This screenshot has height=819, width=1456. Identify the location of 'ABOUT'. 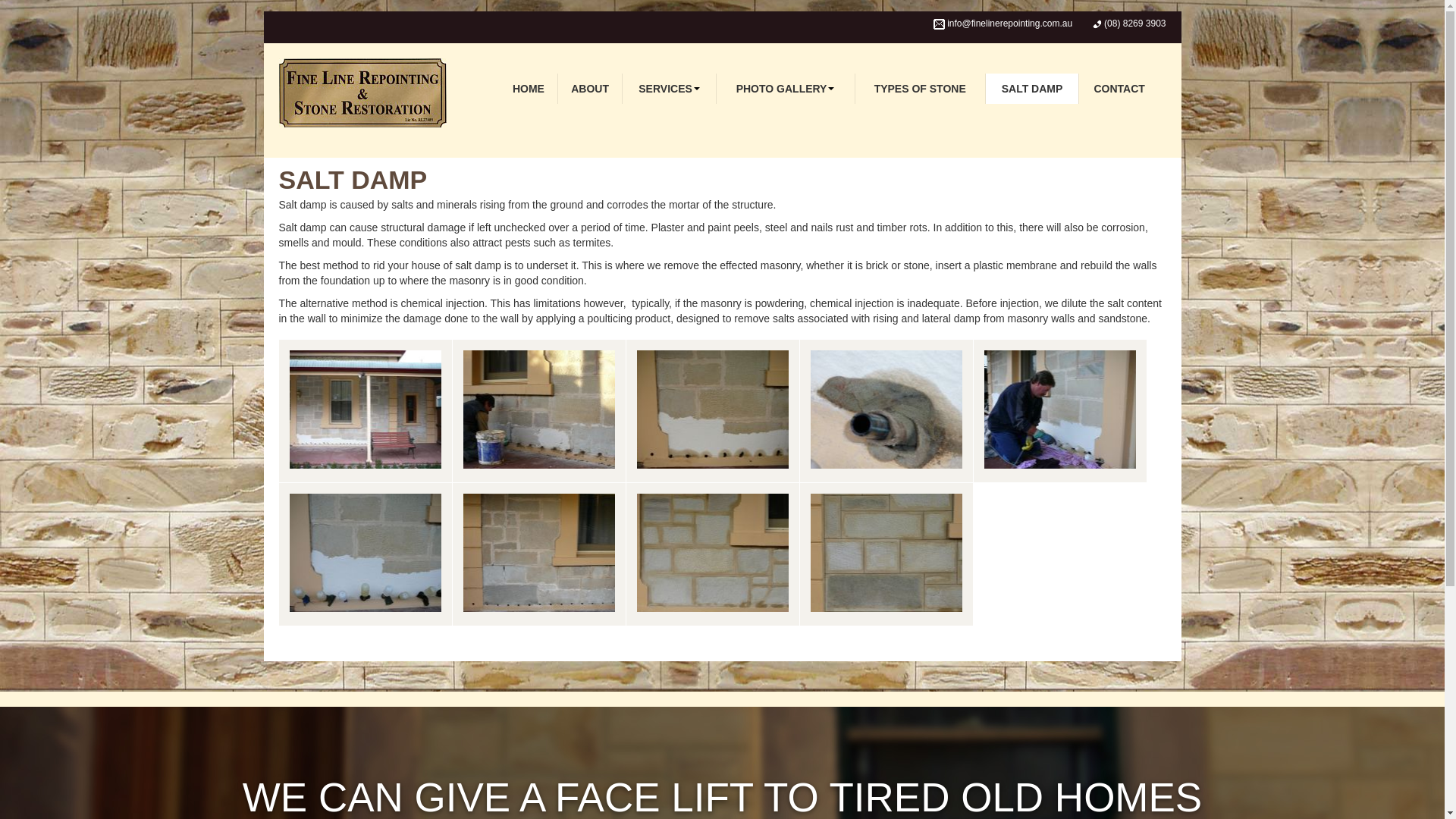
(589, 88).